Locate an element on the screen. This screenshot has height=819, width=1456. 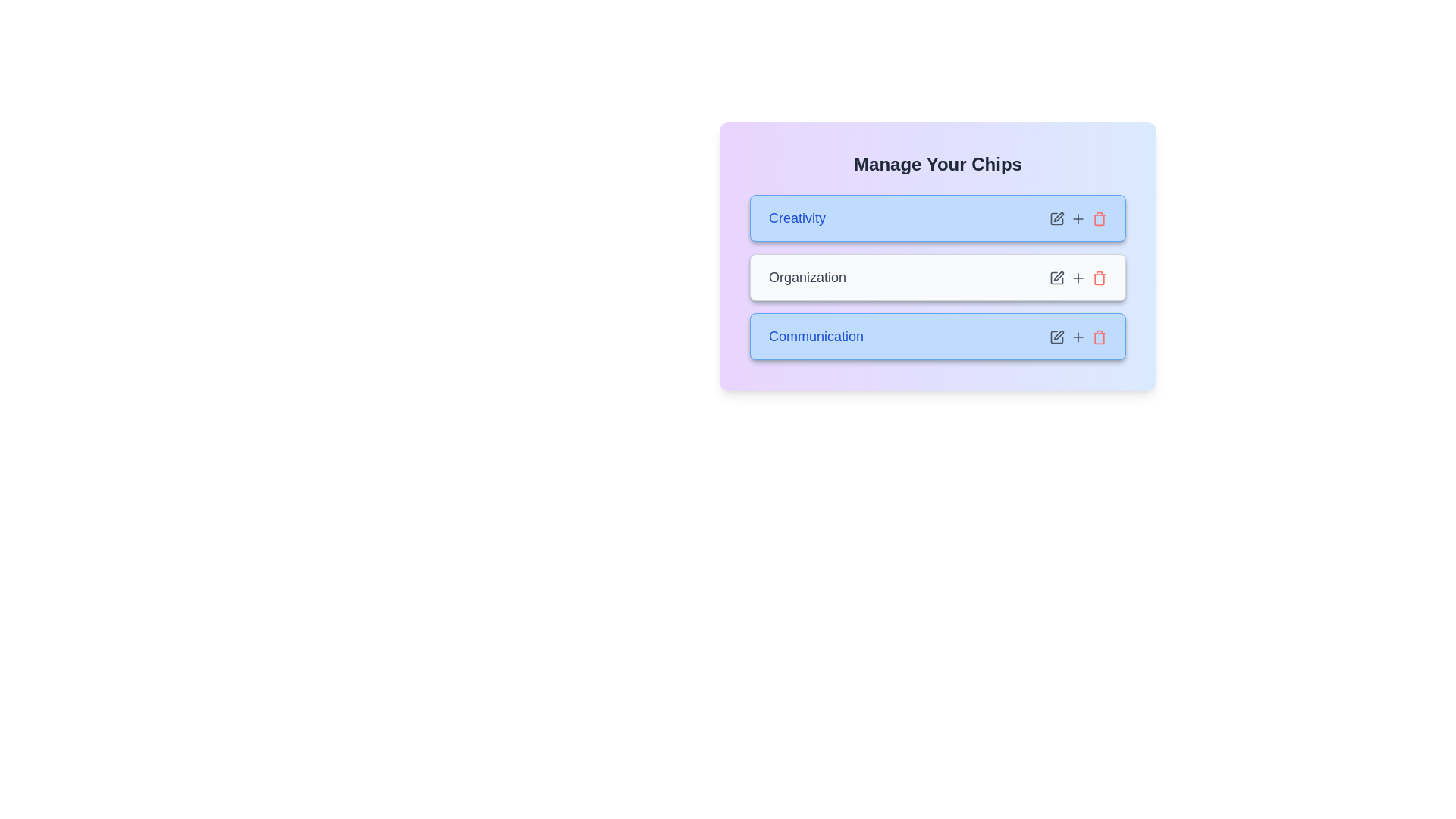
the chip labeled 'Creativity' is located at coordinates (937, 218).